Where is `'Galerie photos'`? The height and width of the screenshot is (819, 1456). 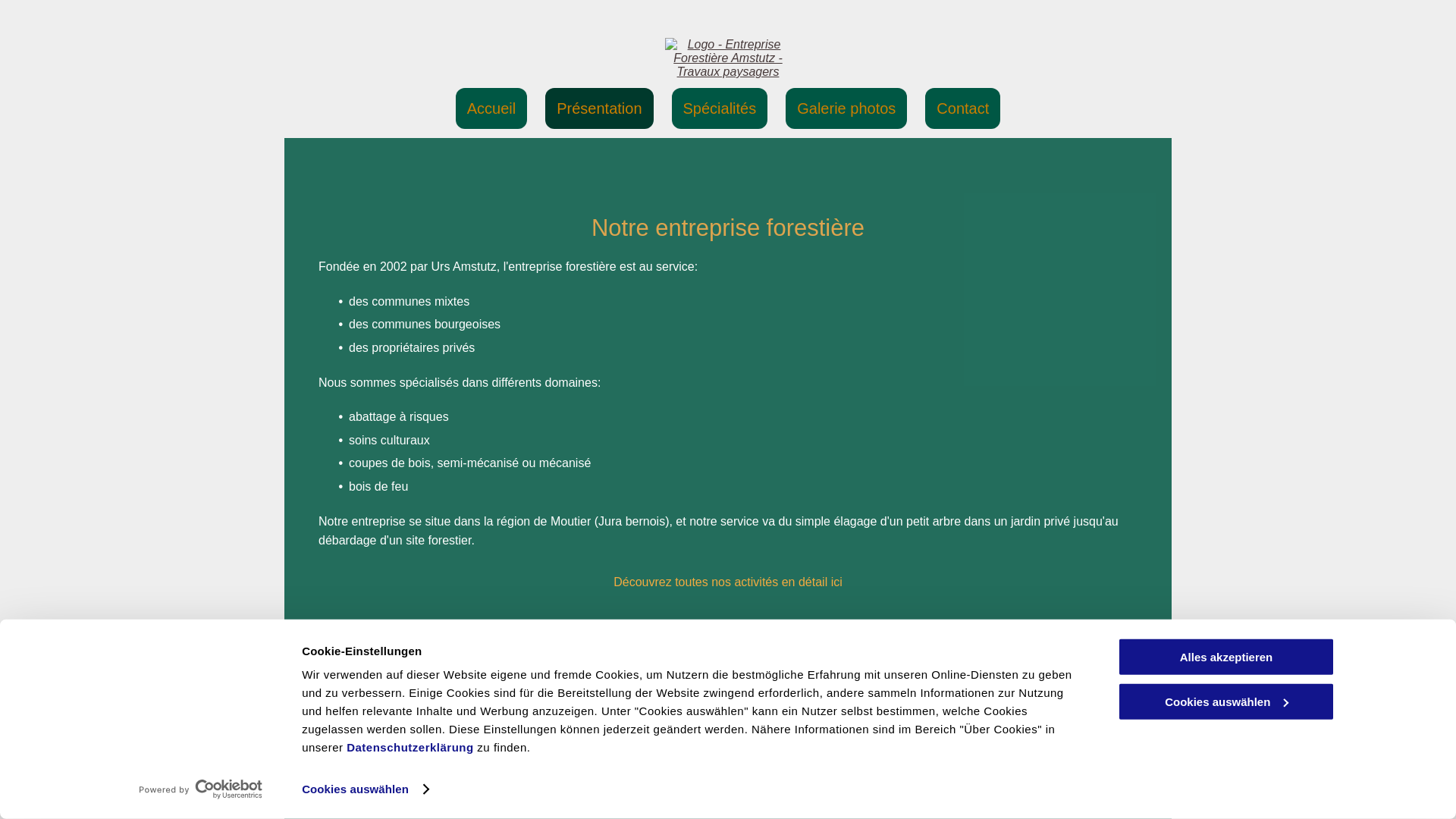
'Galerie photos' is located at coordinates (846, 107).